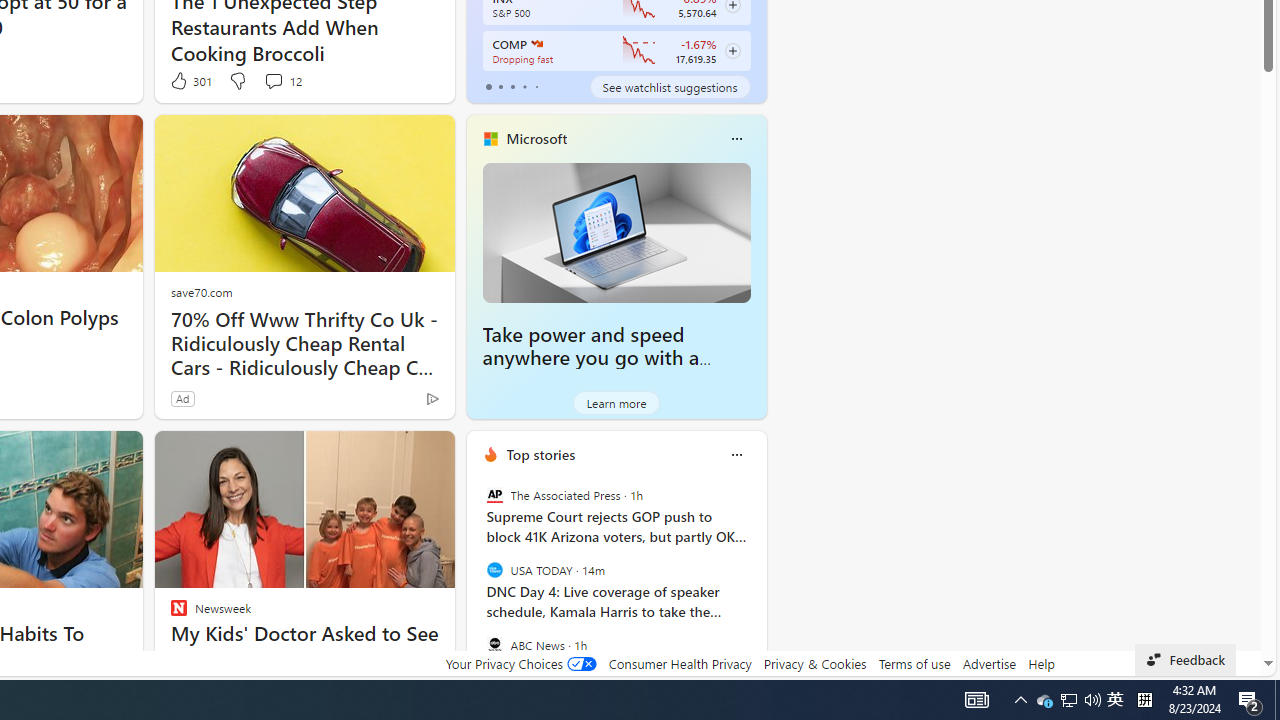  I want to click on 'Class: follow-button  m', so click(731, 50).